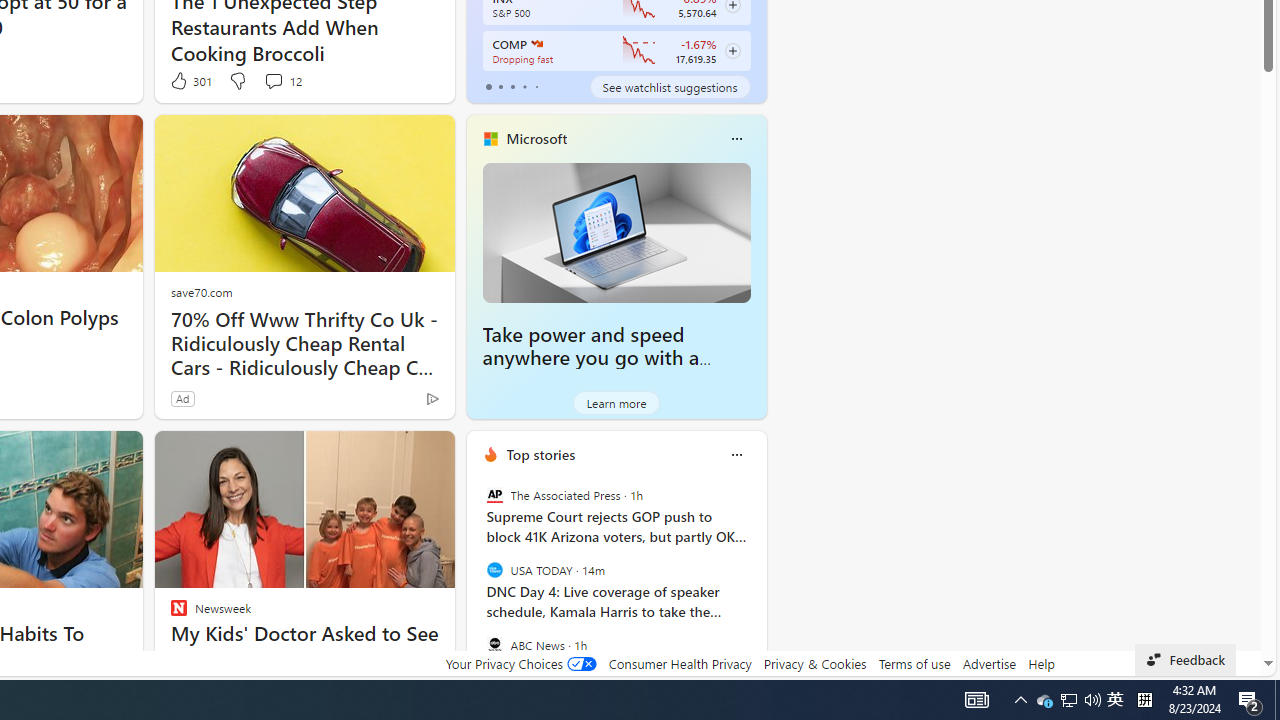  I want to click on 'Class: follow-button  m', so click(731, 50).